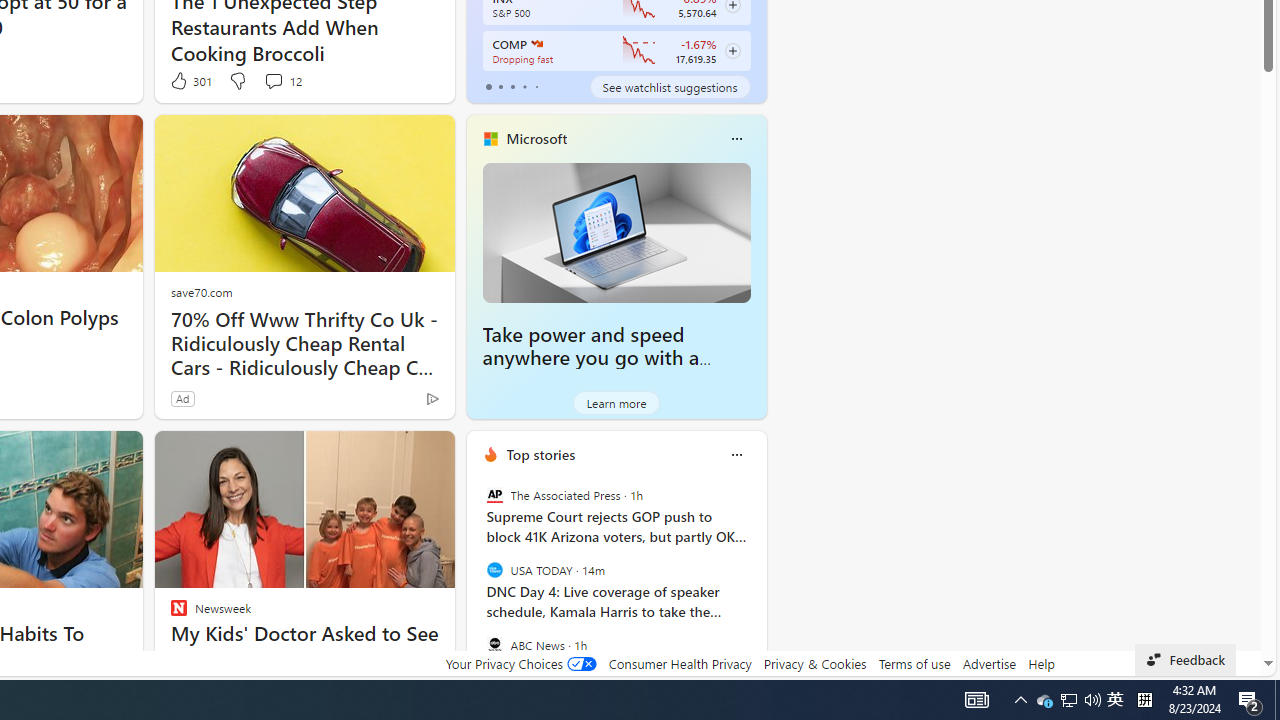  I want to click on 'Class: follow-button  m', so click(731, 50).